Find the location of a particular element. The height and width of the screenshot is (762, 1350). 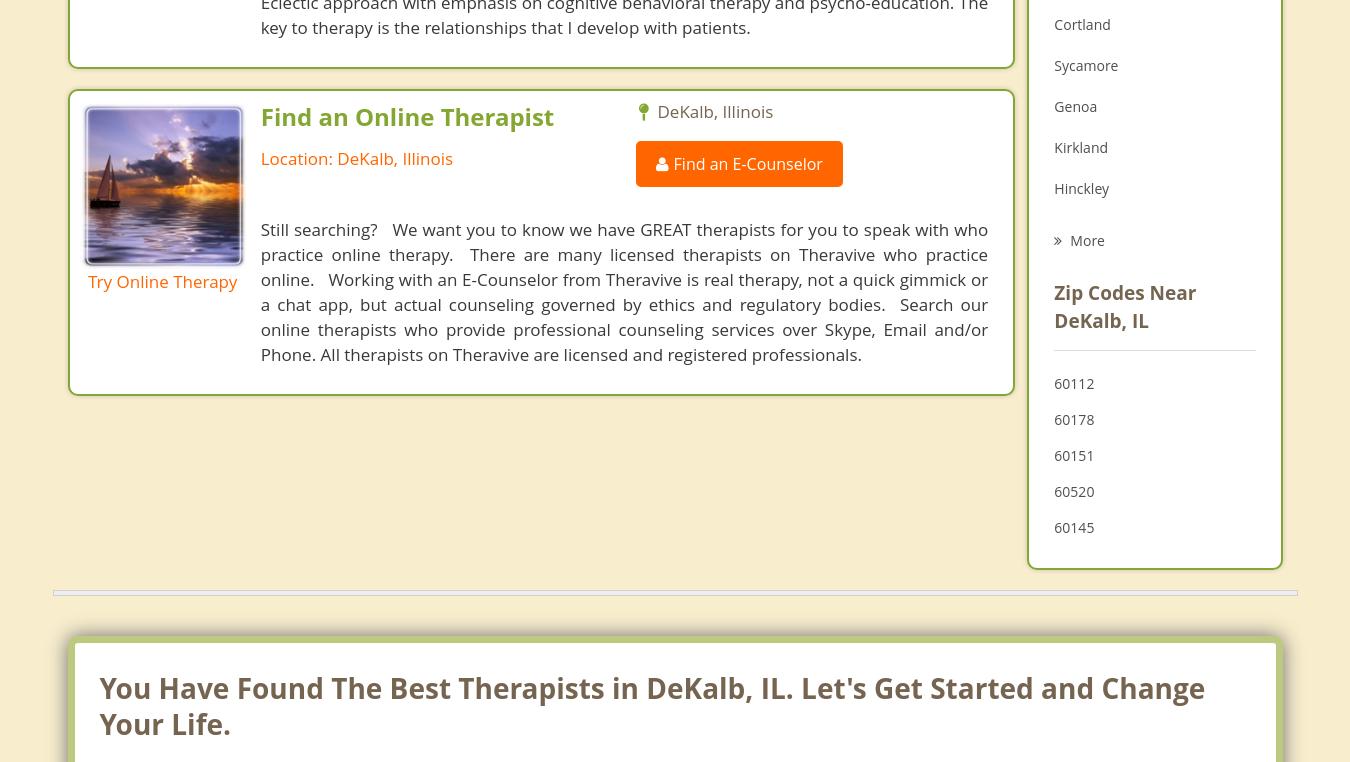

'Family Counseling' is located at coordinates (1112, 116).